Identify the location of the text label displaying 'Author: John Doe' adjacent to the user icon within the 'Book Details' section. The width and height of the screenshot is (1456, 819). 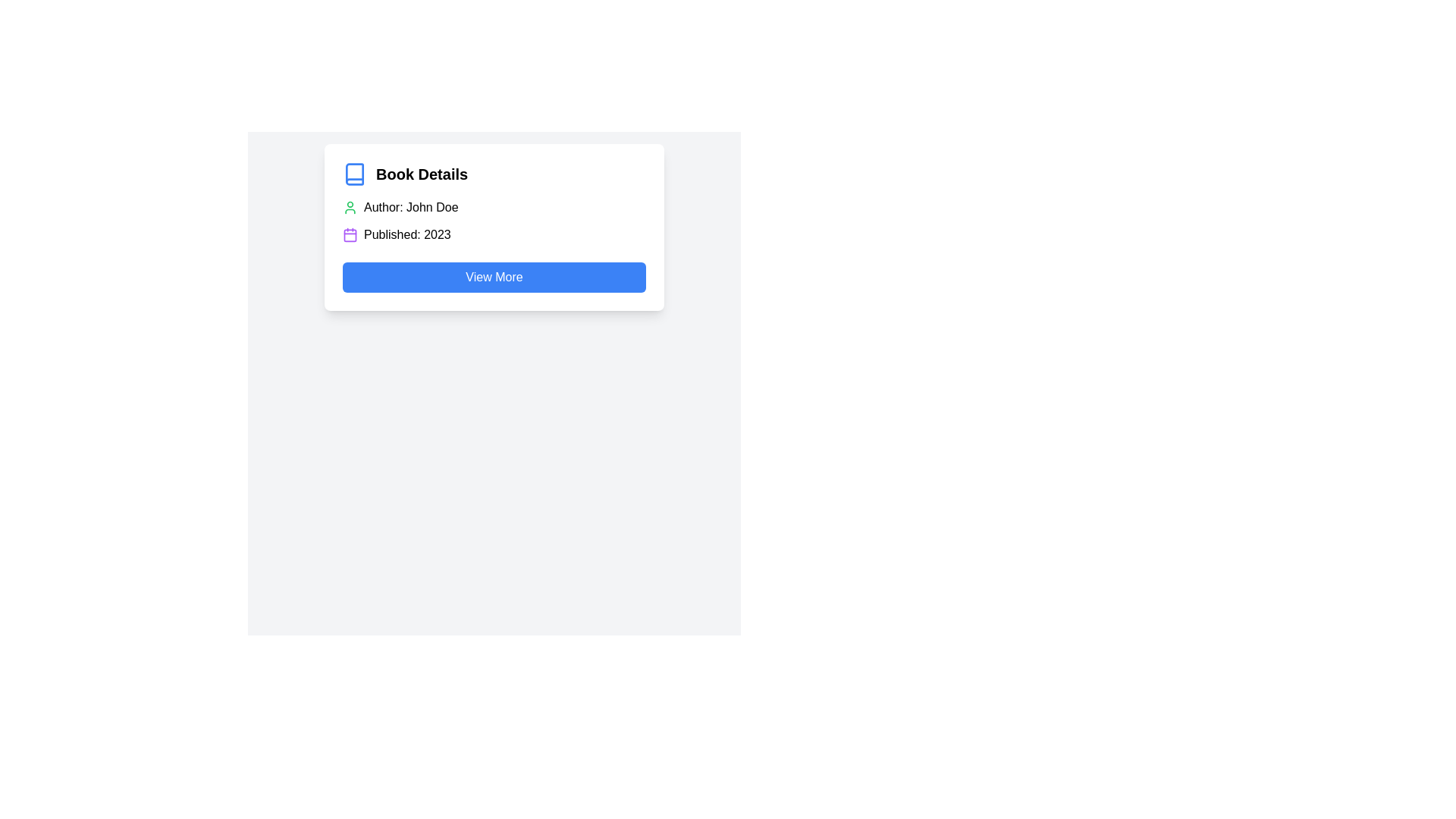
(411, 207).